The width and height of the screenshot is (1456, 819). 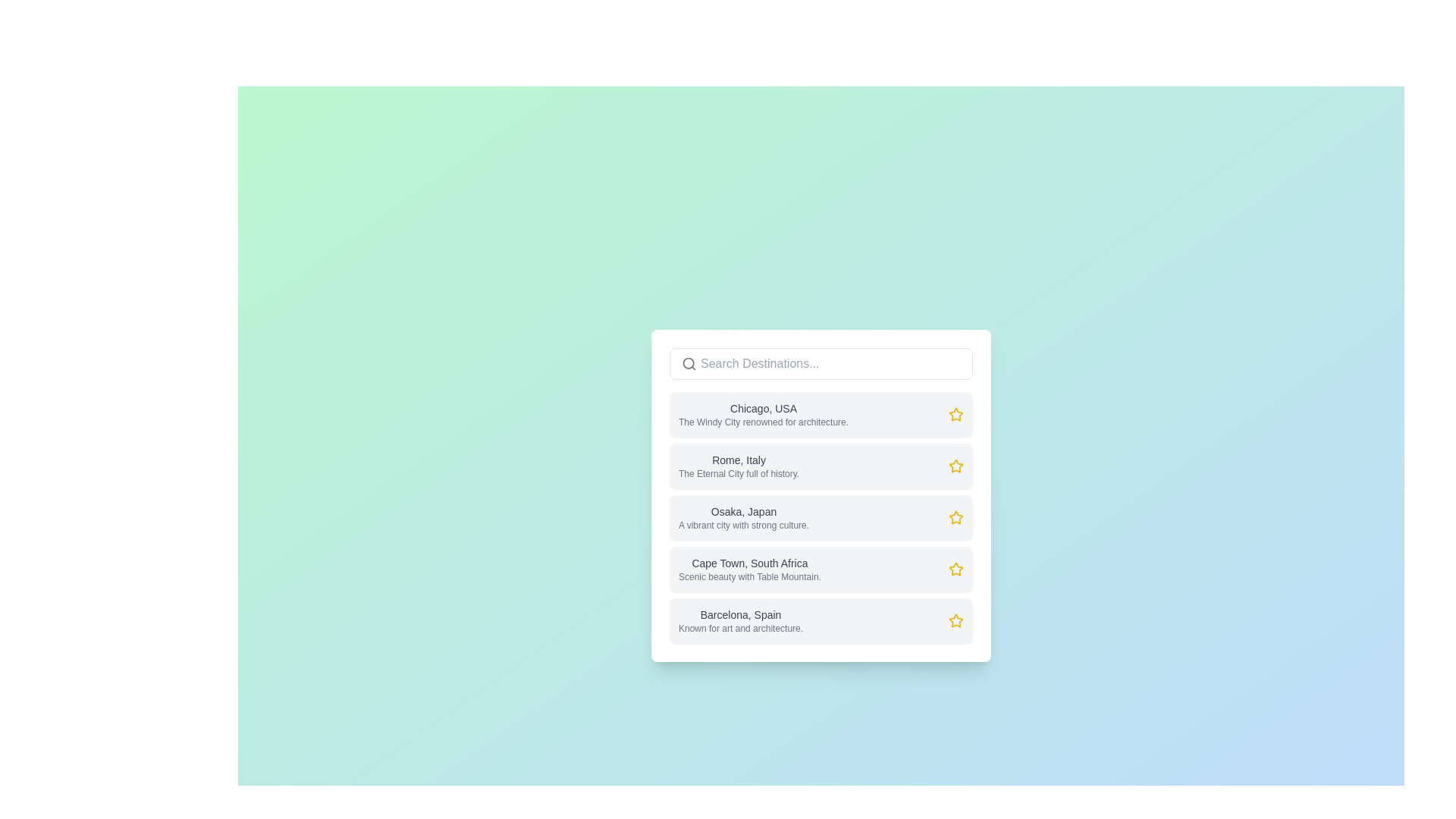 I want to click on the circular magnifying glass search icon located inside the 'Search Destinations...' input field, so click(x=688, y=363).